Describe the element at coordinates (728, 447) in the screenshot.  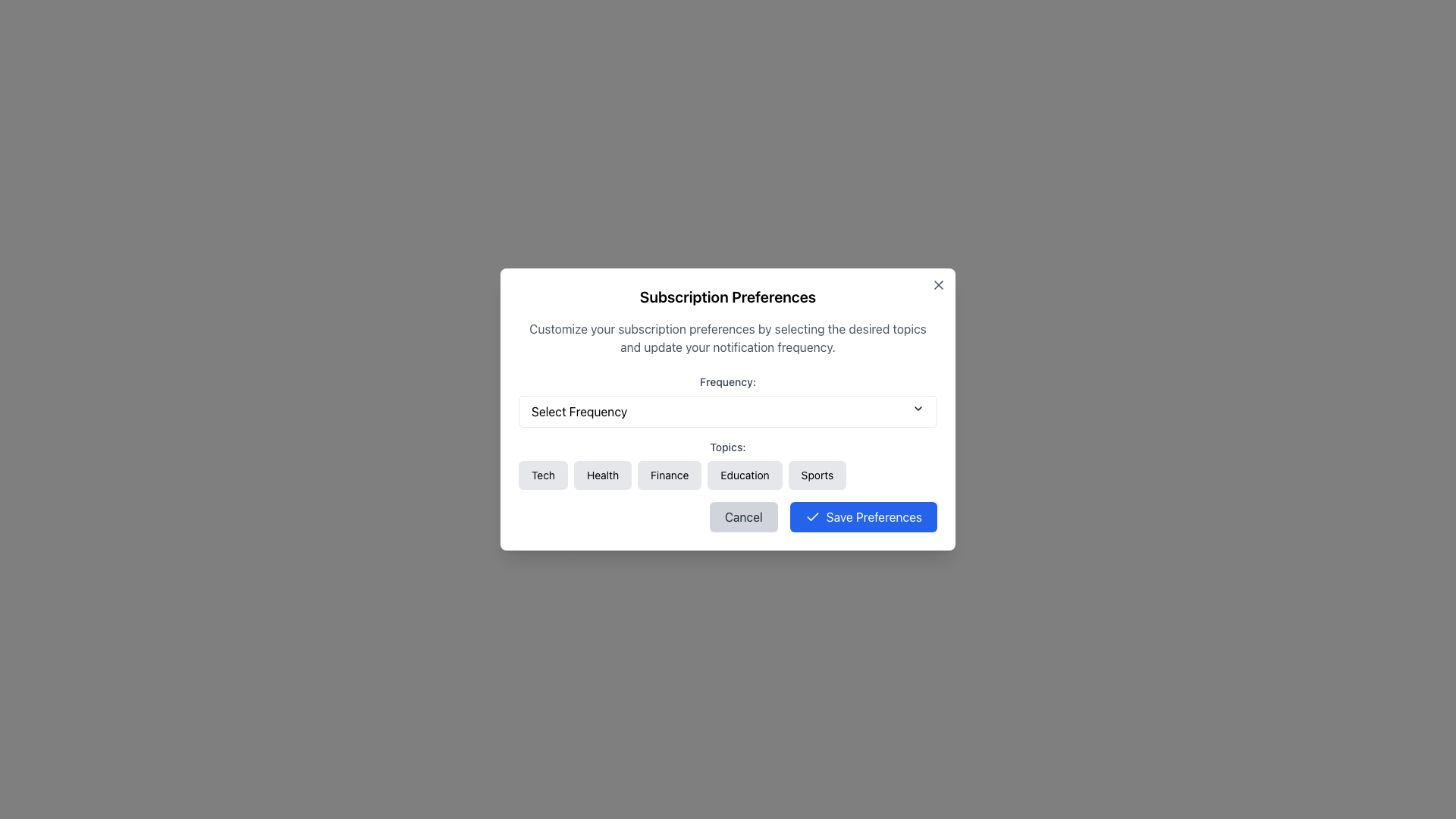
I see `the 'Topics:' label, which is a bolded small font text located in the 'Subscription Preferences' modal, positioned below the 'Frequency' dropdown and above selectable topic options` at that location.